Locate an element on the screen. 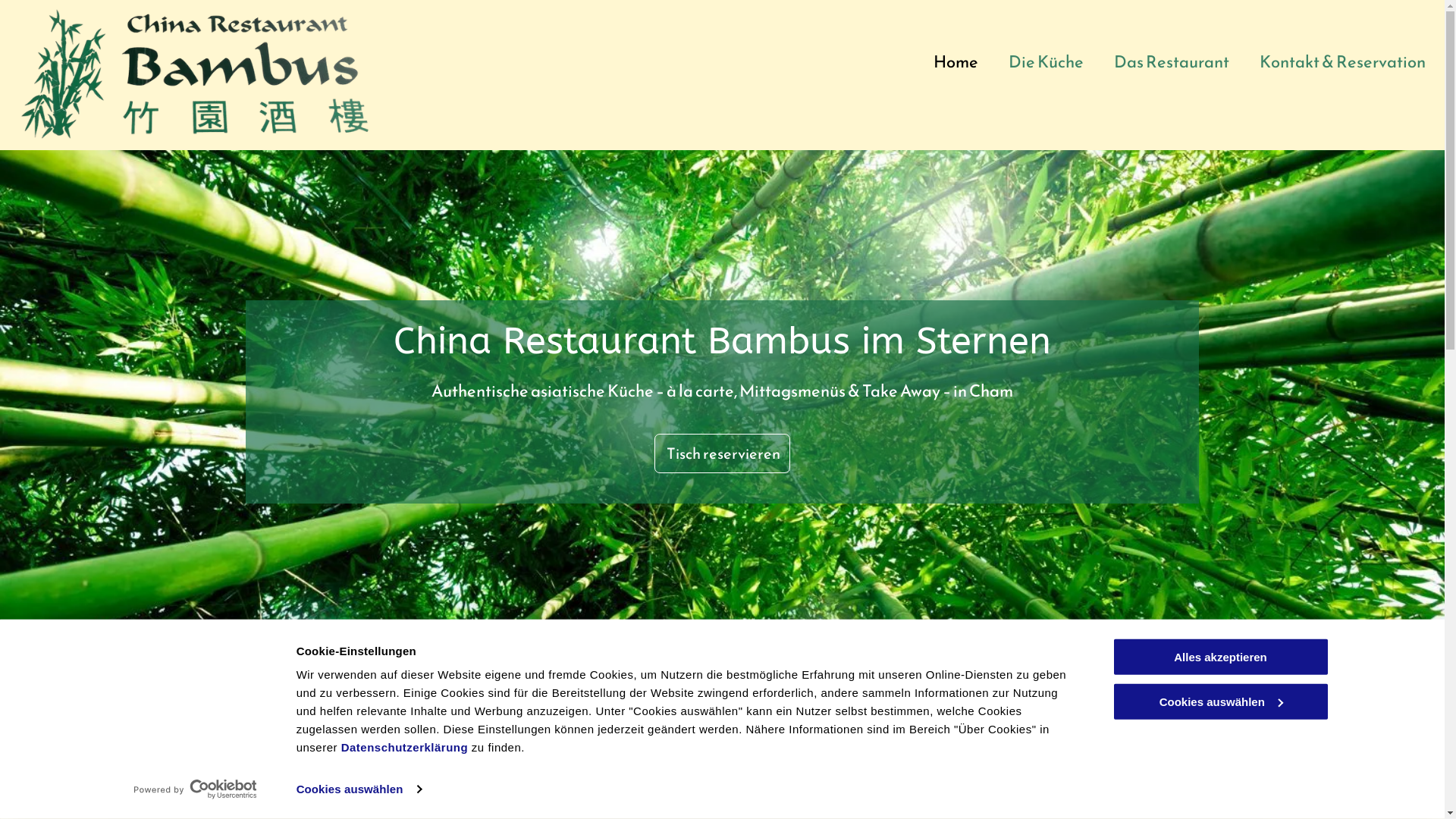  'Home' is located at coordinates (955, 61).